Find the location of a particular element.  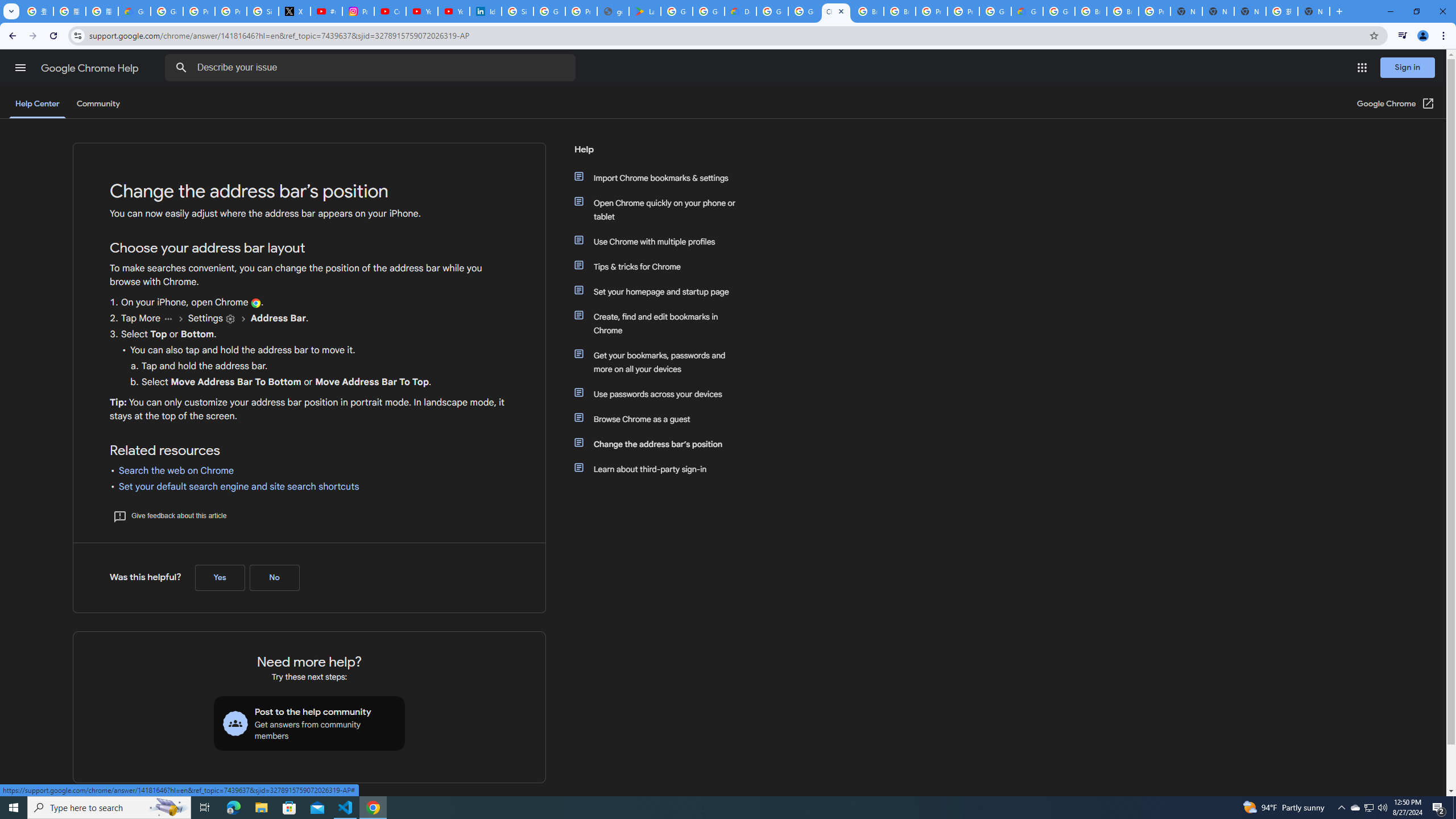

'Learn about third-party sign-in' is located at coordinates (661, 469).